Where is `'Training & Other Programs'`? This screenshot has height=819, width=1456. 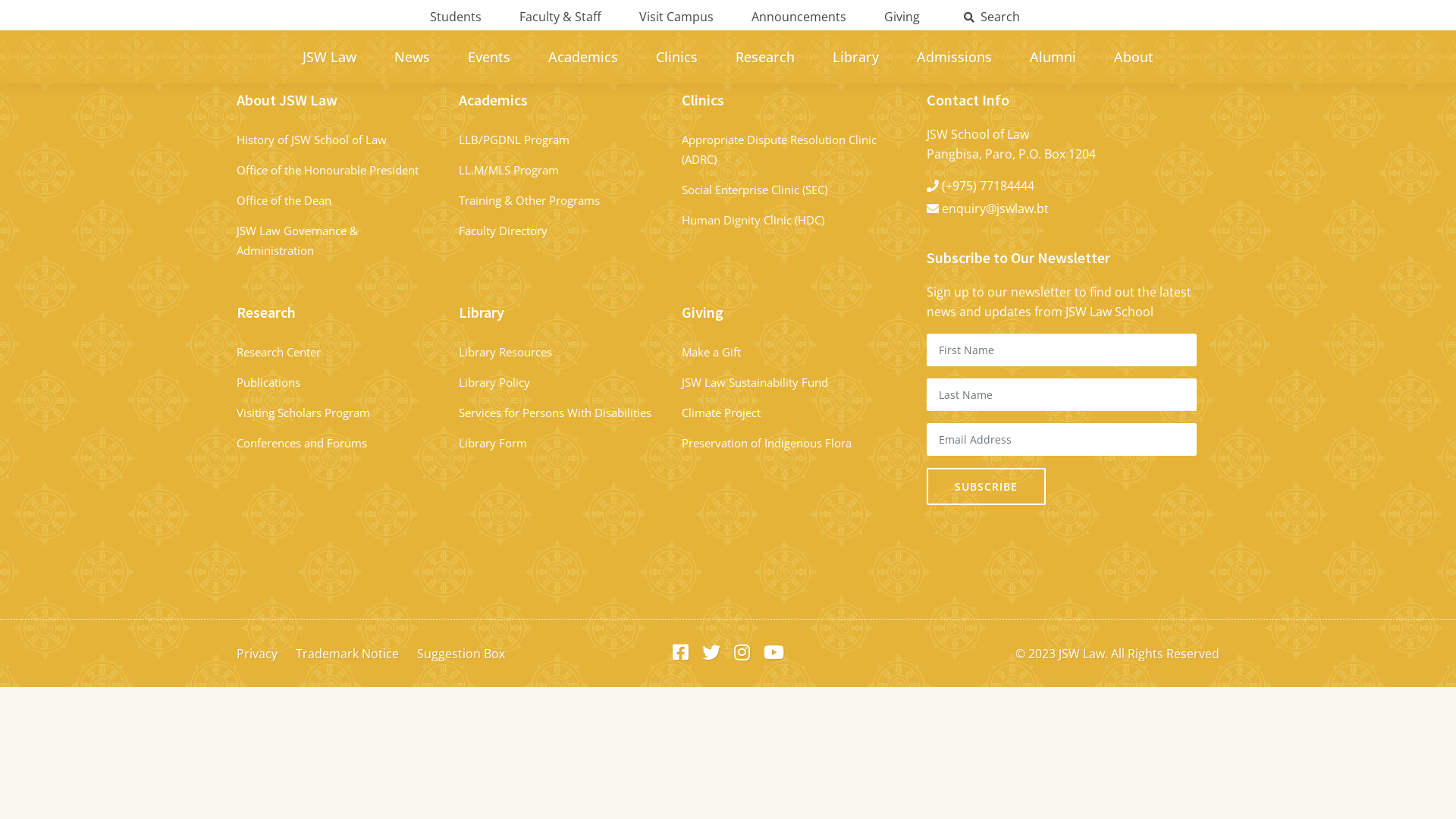
'Training & Other Programs' is located at coordinates (529, 199).